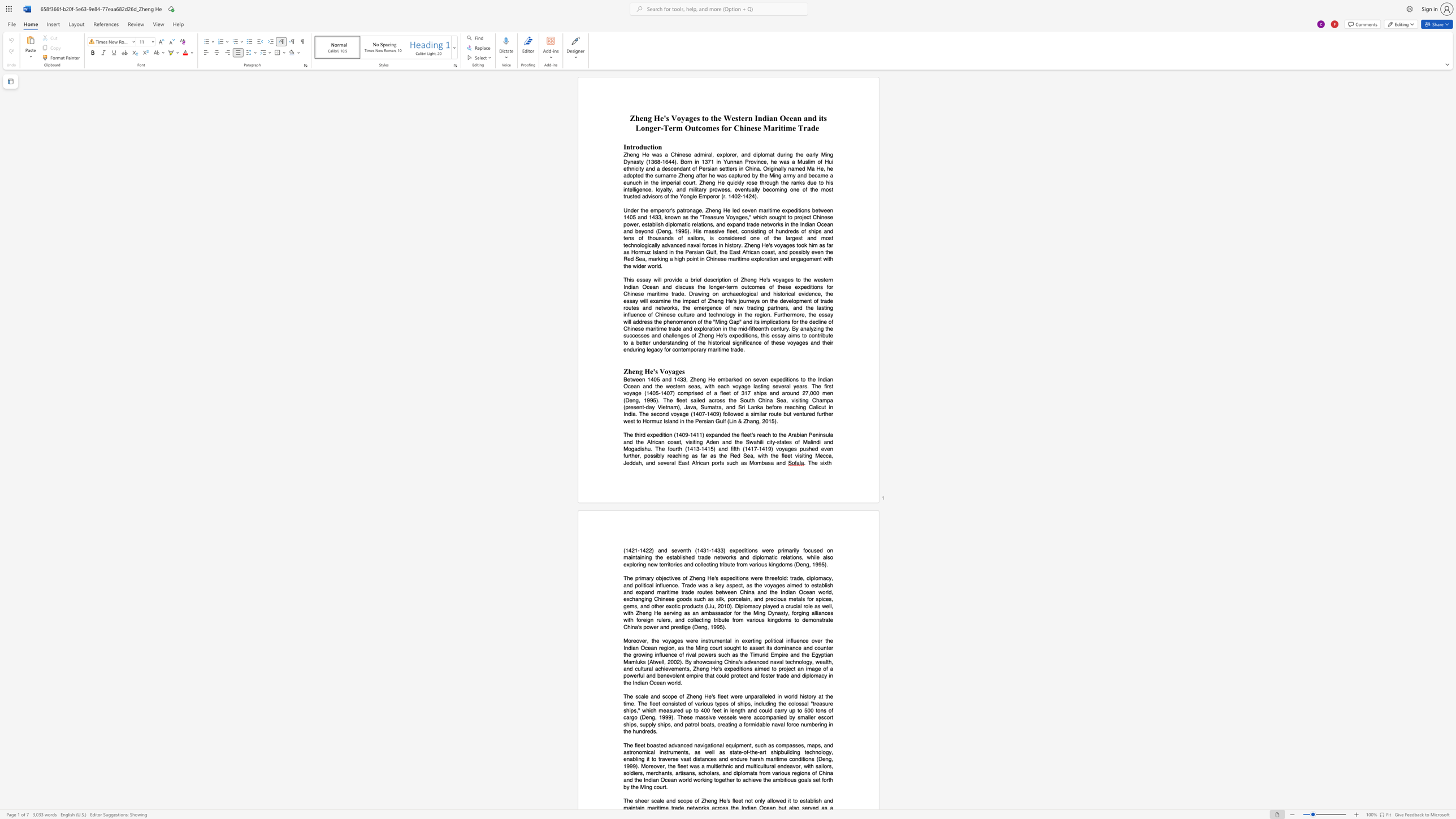  Describe the element at coordinates (733, 557) in the screenshot. I see `the space between the continuous character "k" and "s" in the text` at that location.